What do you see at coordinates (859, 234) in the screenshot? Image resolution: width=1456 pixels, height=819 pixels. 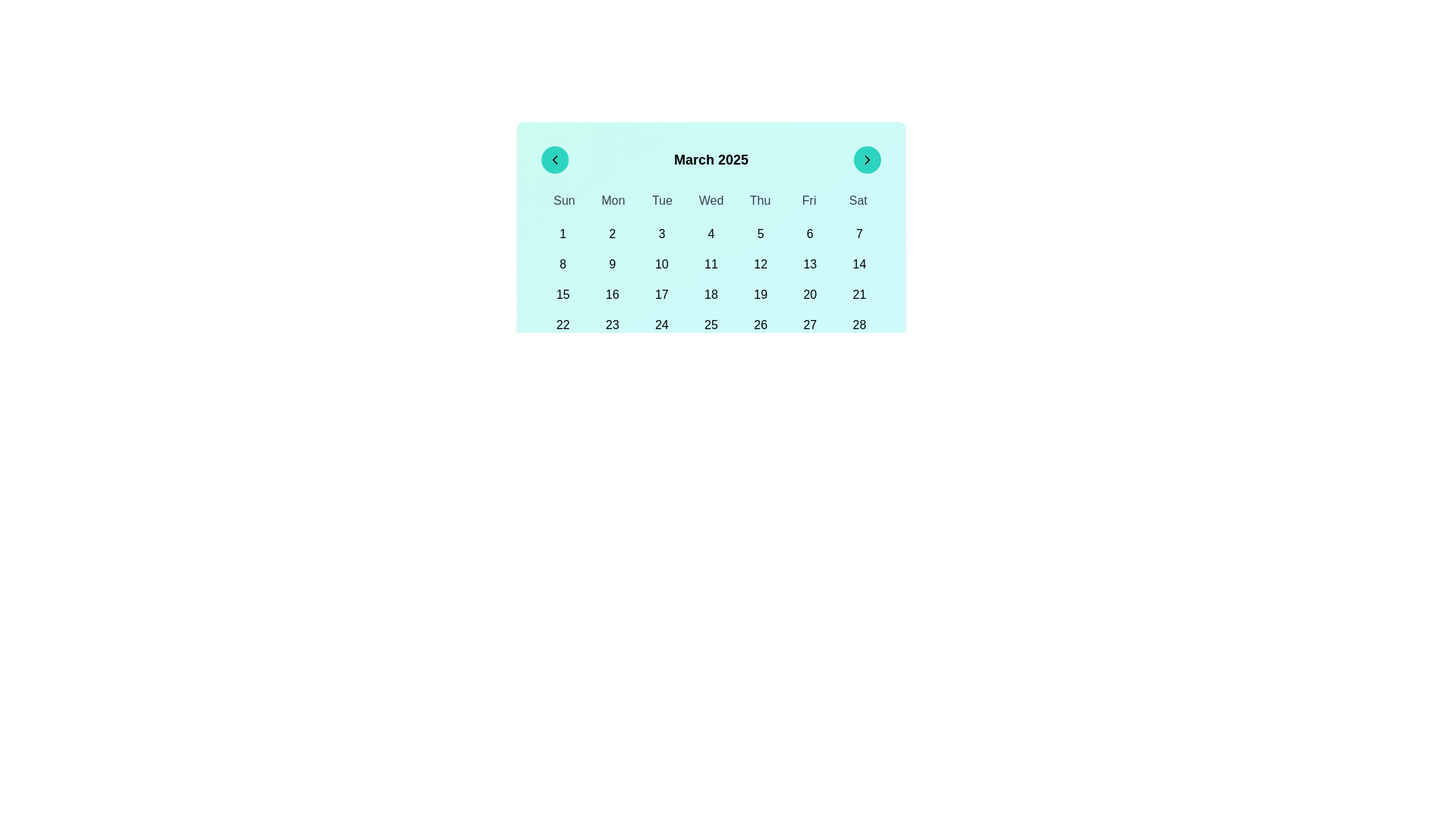 I see `the day selection button in the calendar widget located under the 'Sat' column header` at bounding box center [859, 234].